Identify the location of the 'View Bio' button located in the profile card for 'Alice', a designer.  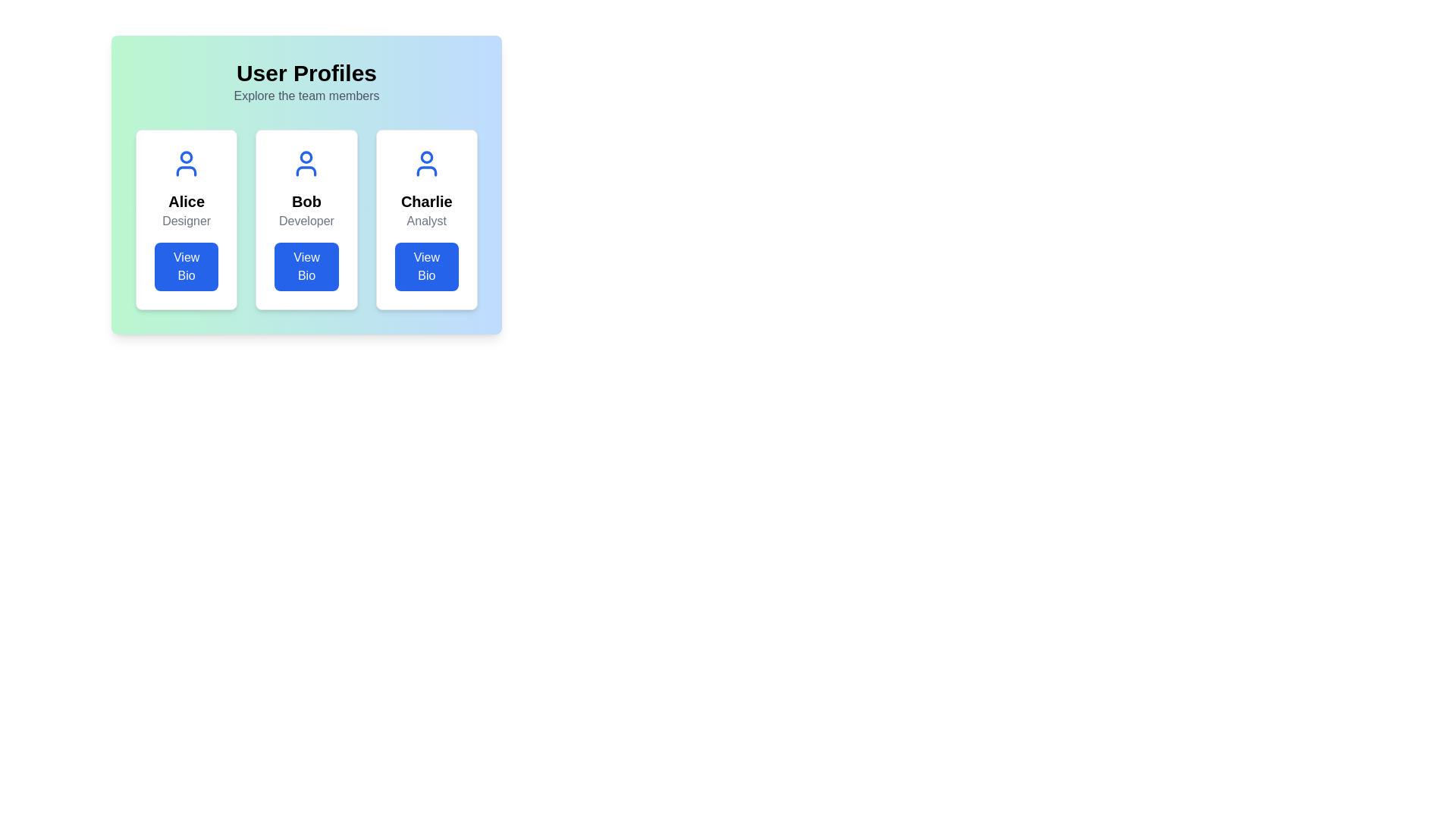
(186, 265).